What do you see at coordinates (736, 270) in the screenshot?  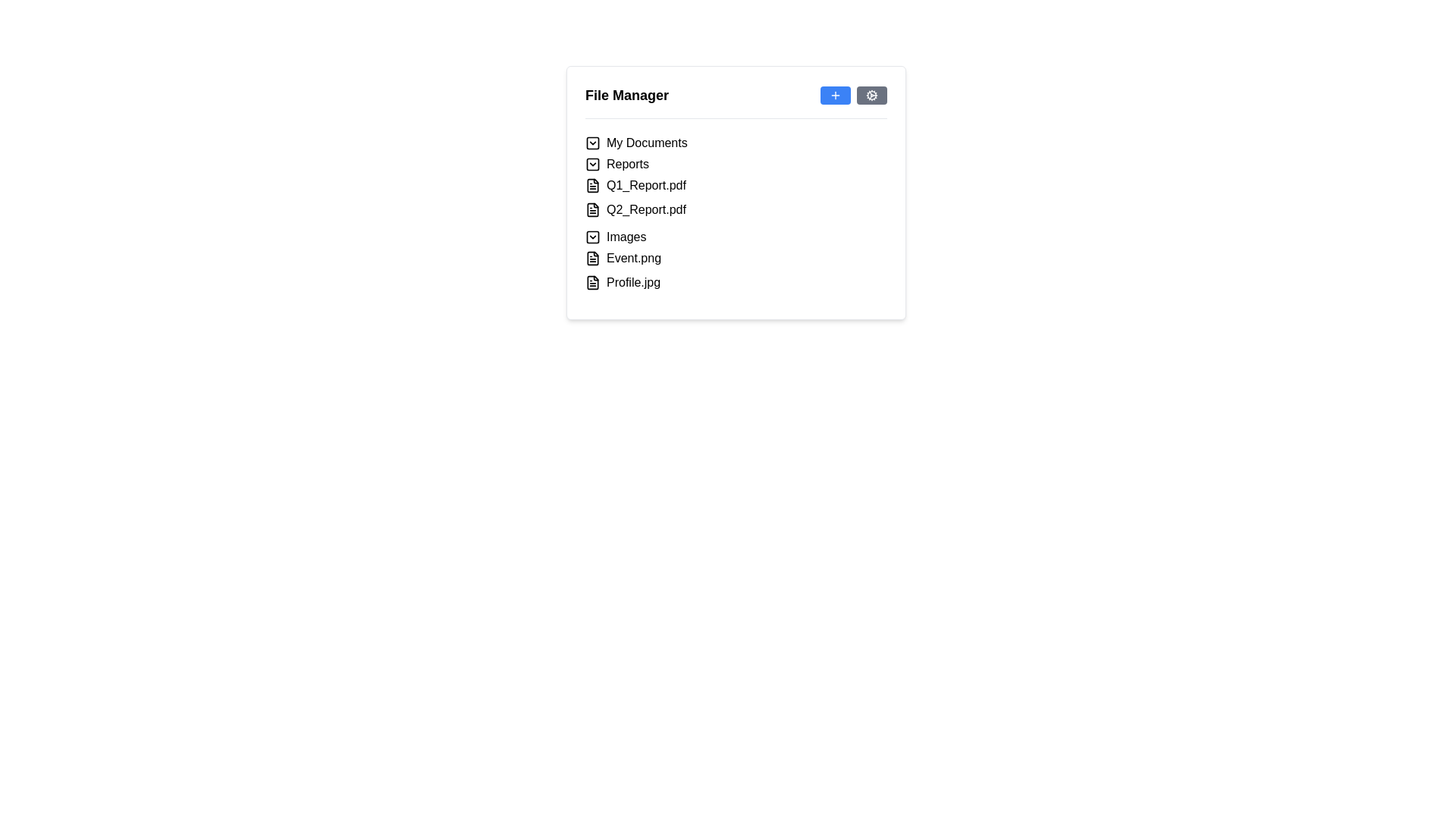 I see `the file 'Event.png' from the File listing element located under the 'Images' section, which displays 'Event.png' above 'Profile.jpg'` at bounding box center [736, 270].